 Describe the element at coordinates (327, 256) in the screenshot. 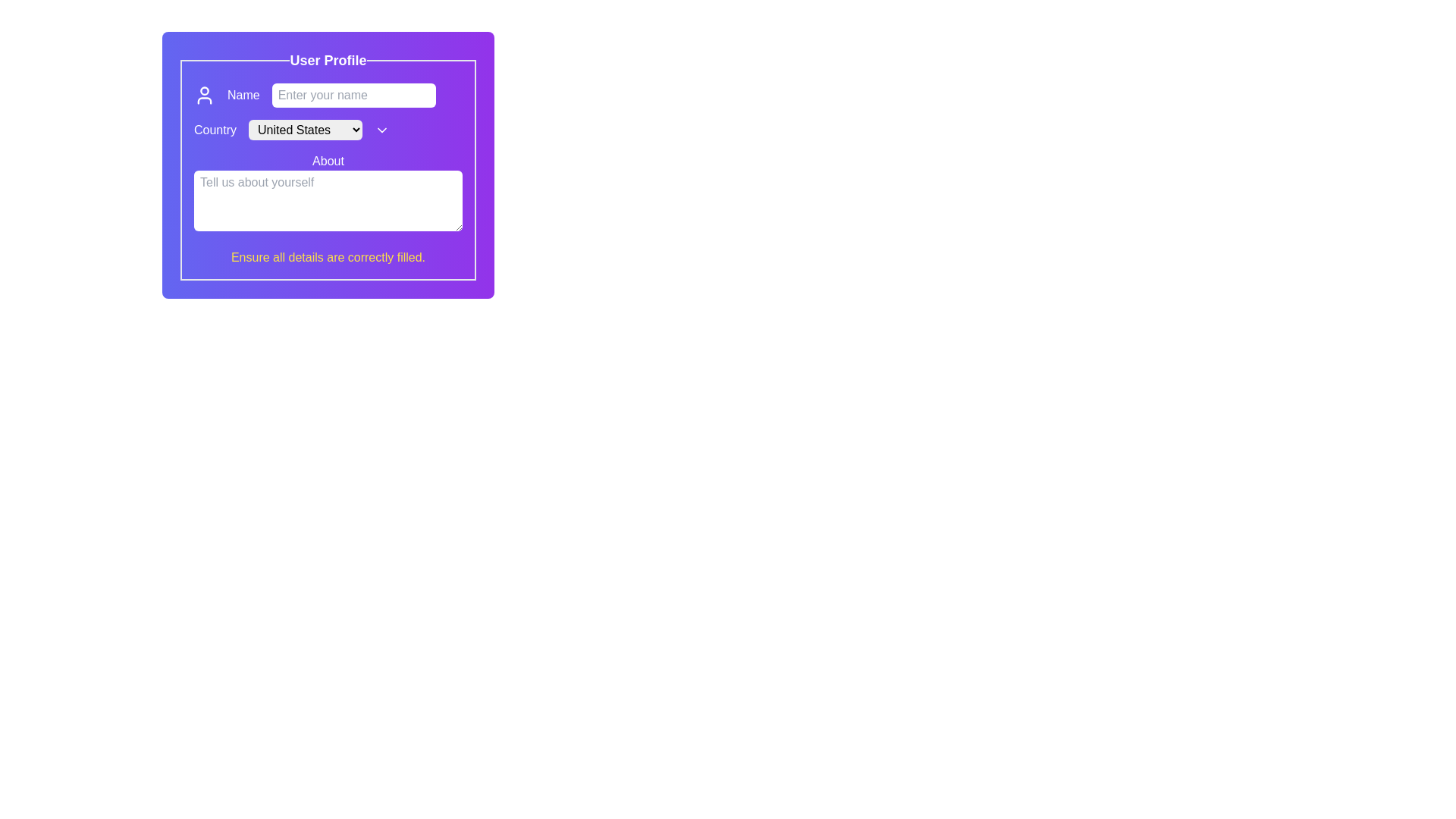

I see `the centered text block styled in yellow font that says 'Ensure all details are correctly filled.' on a purple background` at that location.